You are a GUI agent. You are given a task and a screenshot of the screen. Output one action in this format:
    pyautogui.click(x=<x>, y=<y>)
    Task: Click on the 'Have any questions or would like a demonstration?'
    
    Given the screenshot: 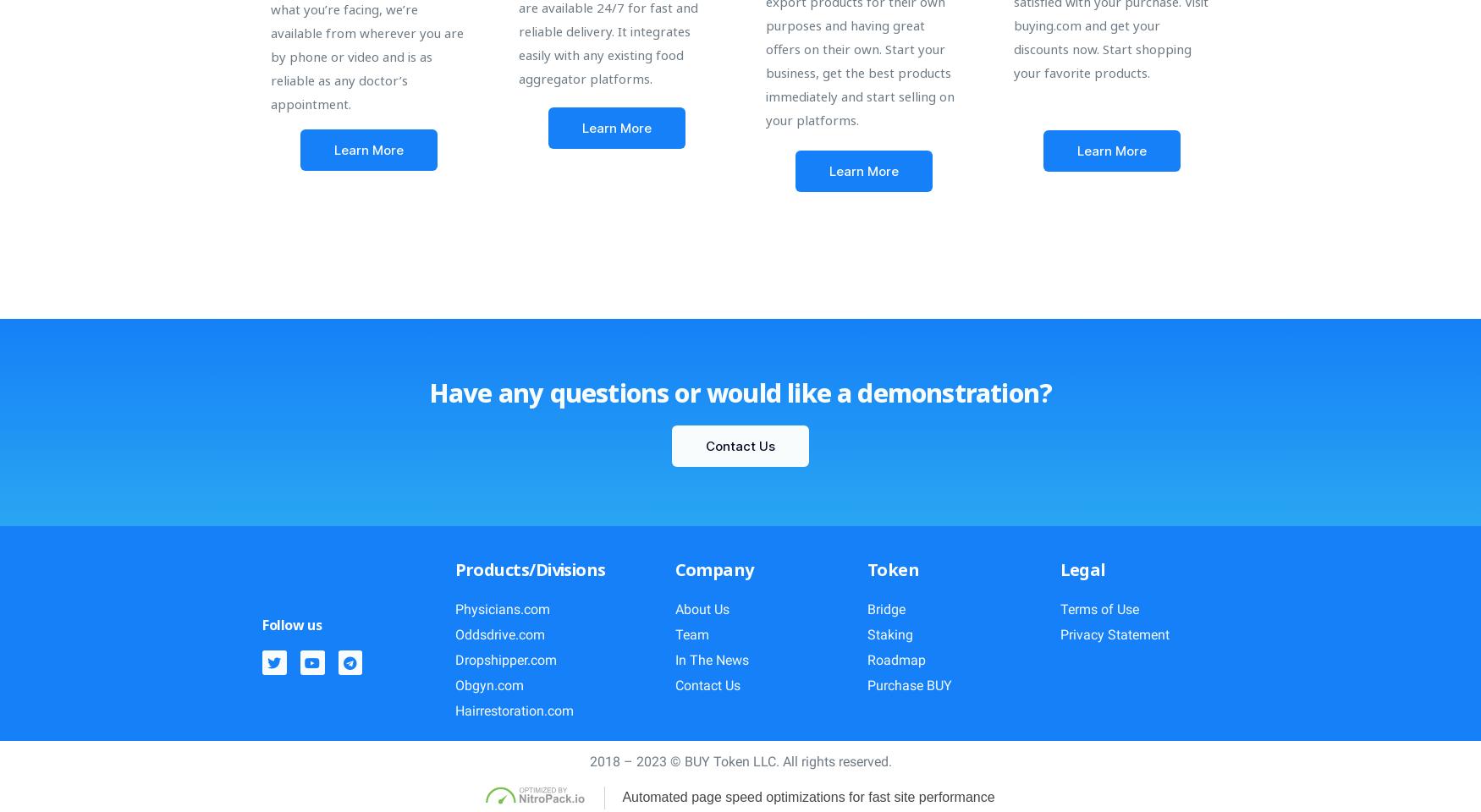 What is the action you would take?
    pyautogui.click(x=740, y=392)
    